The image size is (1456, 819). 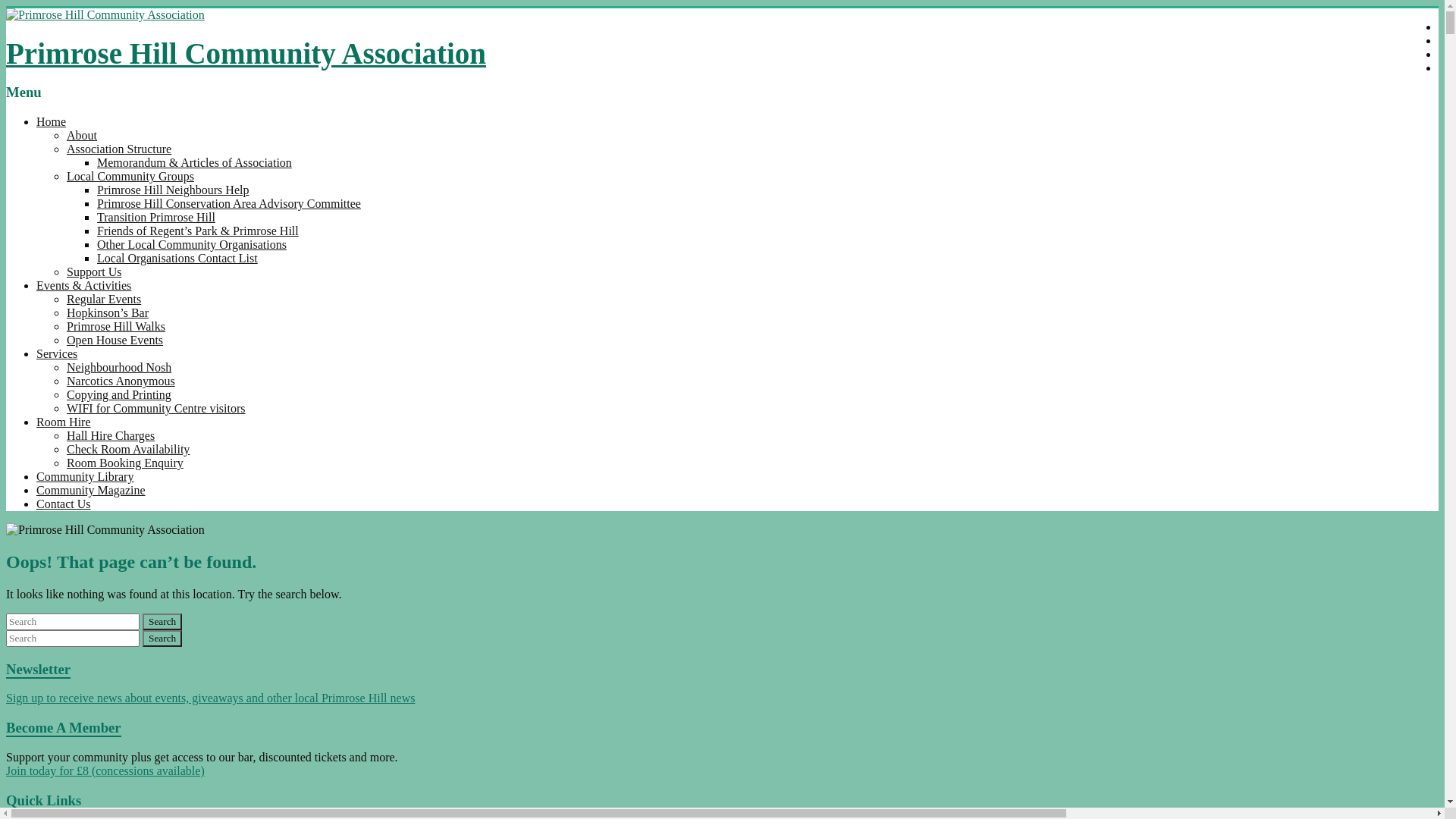 What do you see at coordinates (65, 339) in the screenshot?
I see `'Open House Events'` at bounding box center [65, 339].